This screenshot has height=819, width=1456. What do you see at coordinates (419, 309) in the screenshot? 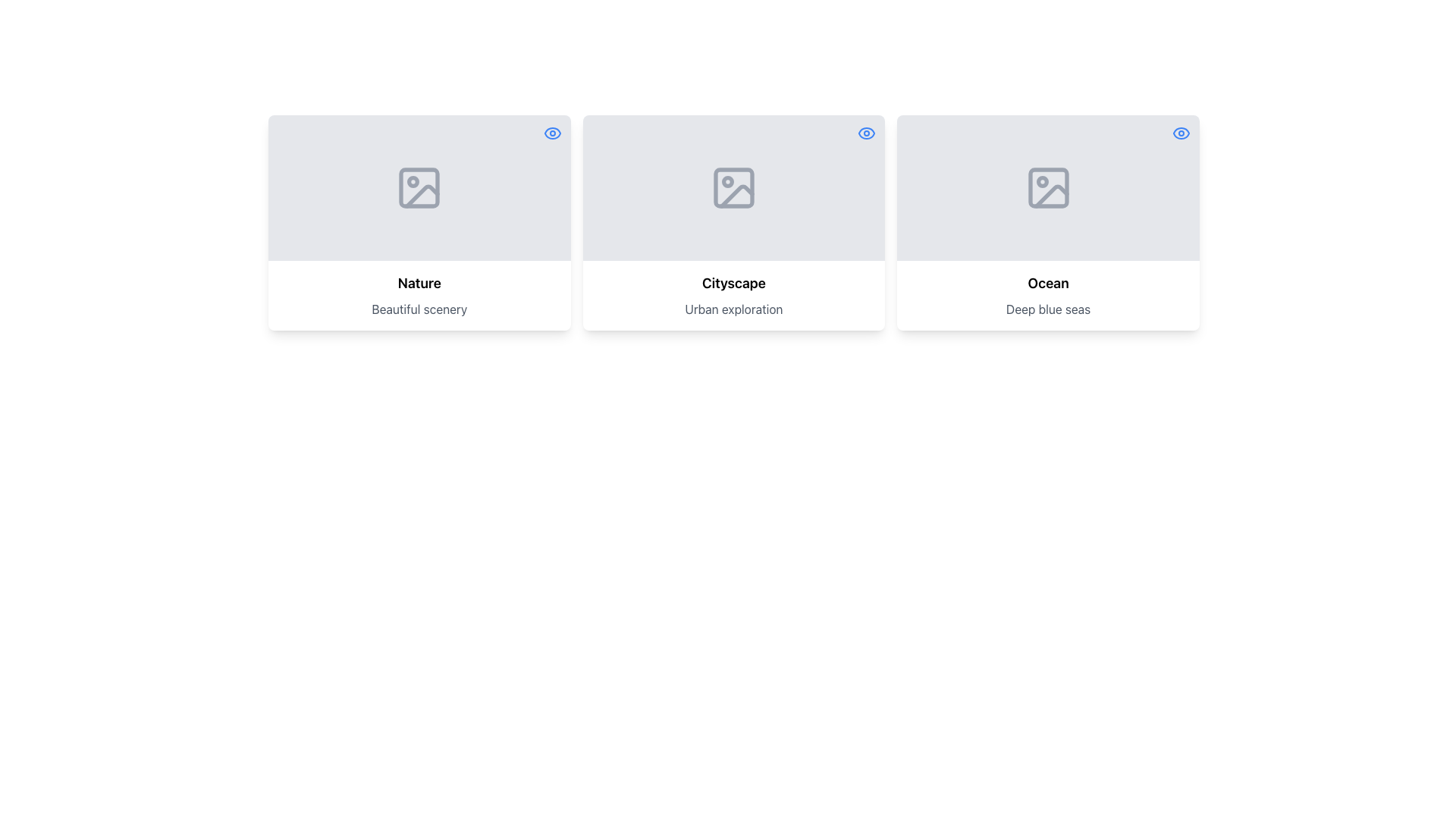
I see `the text block that provides a description or subtitle for the card beneath the main heading 'Nature' in the leftmost card of the horizontal row` at bounding box center [419, 309].